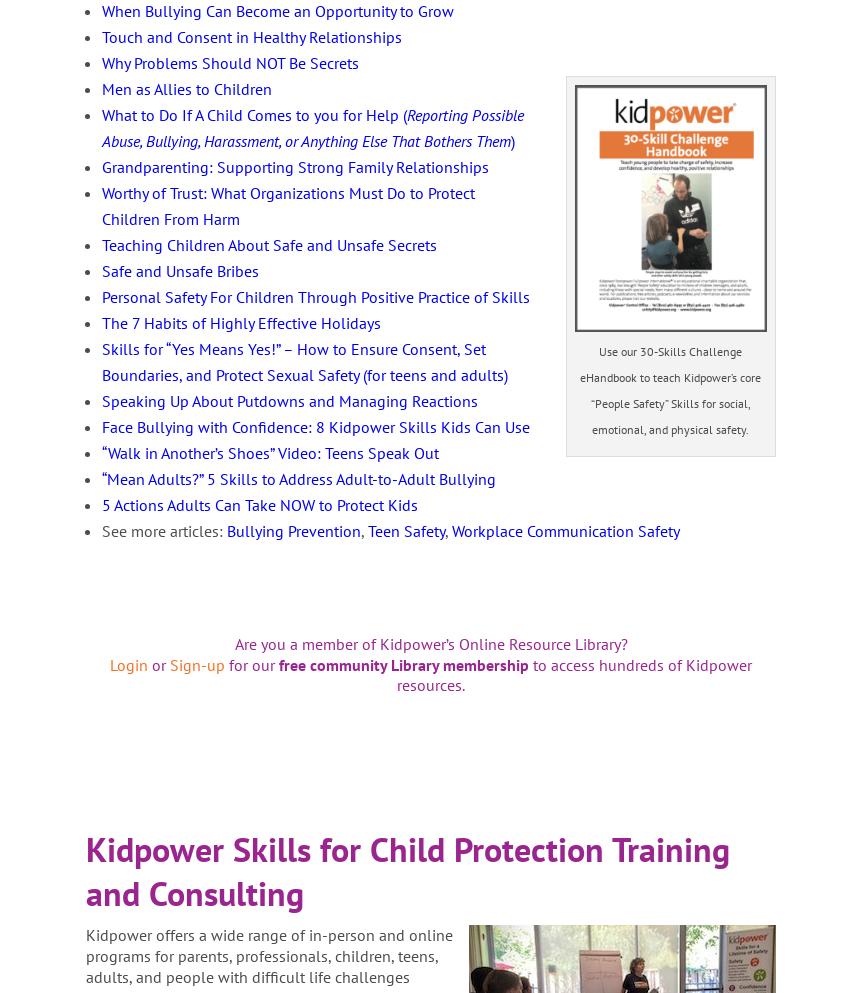  Describe the element at coordinates (573, 674) in the screenshot. I see `'to access hundreds of Kidpower resources.'` at that location.